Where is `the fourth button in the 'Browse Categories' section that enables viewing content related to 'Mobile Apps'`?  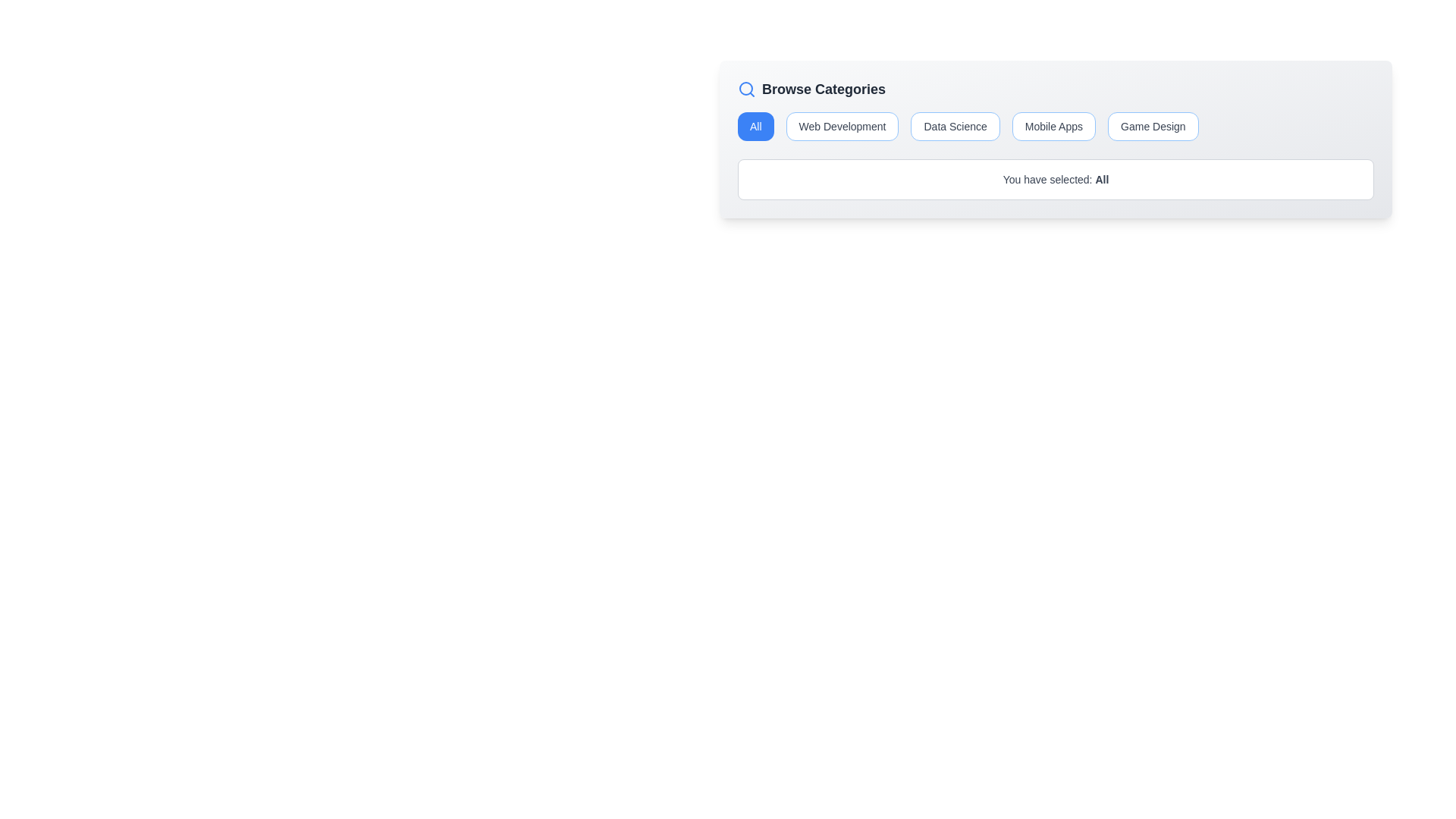
the fourth button in the 'Browse Categories' section that enables viewing content related to 'Mobile Apps' is located at coordinates (1055, 125).